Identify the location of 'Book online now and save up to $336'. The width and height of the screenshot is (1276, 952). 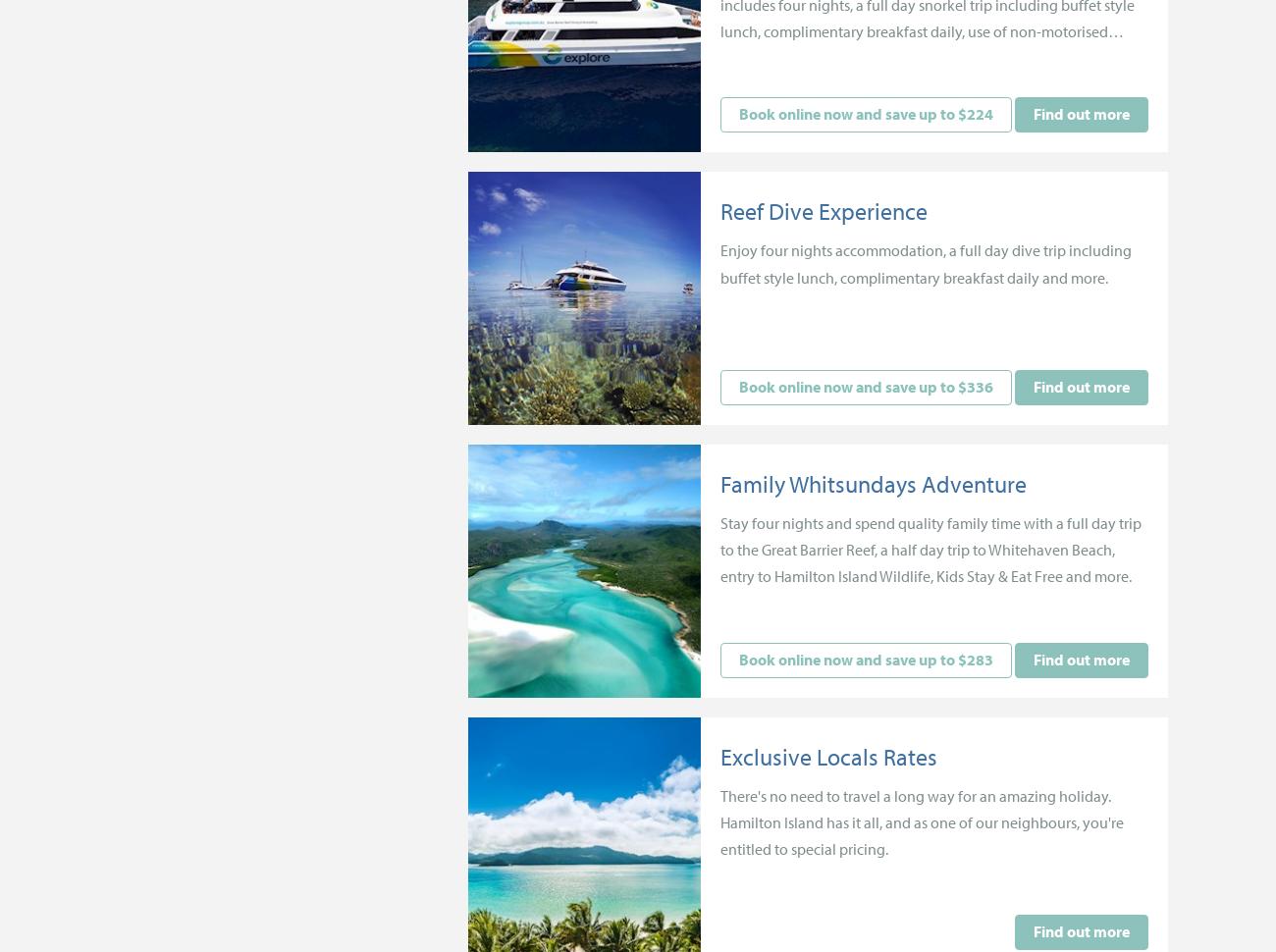
(864, 387).